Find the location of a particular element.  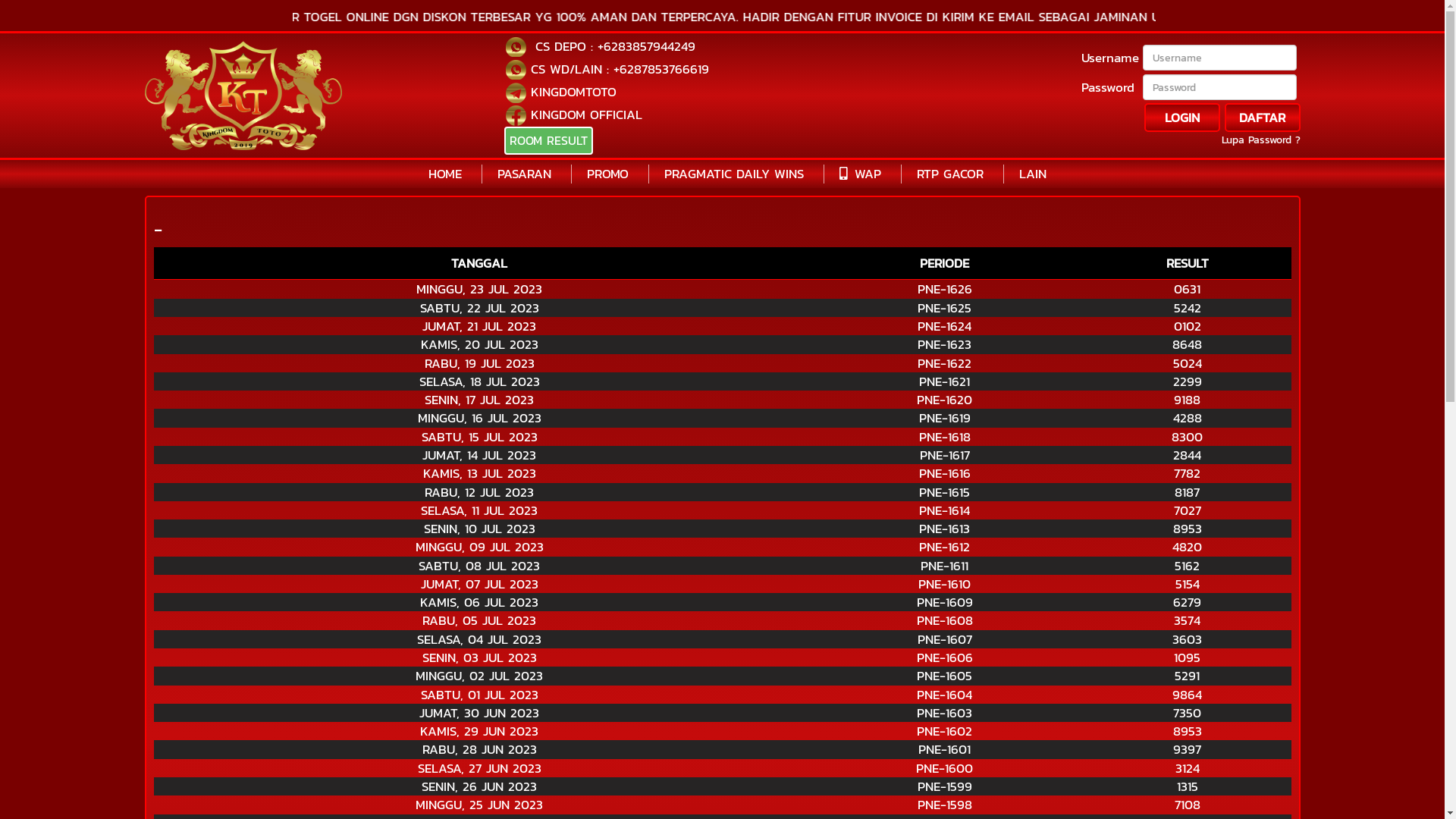

'PROMO' is located at coordinates (607, 172).